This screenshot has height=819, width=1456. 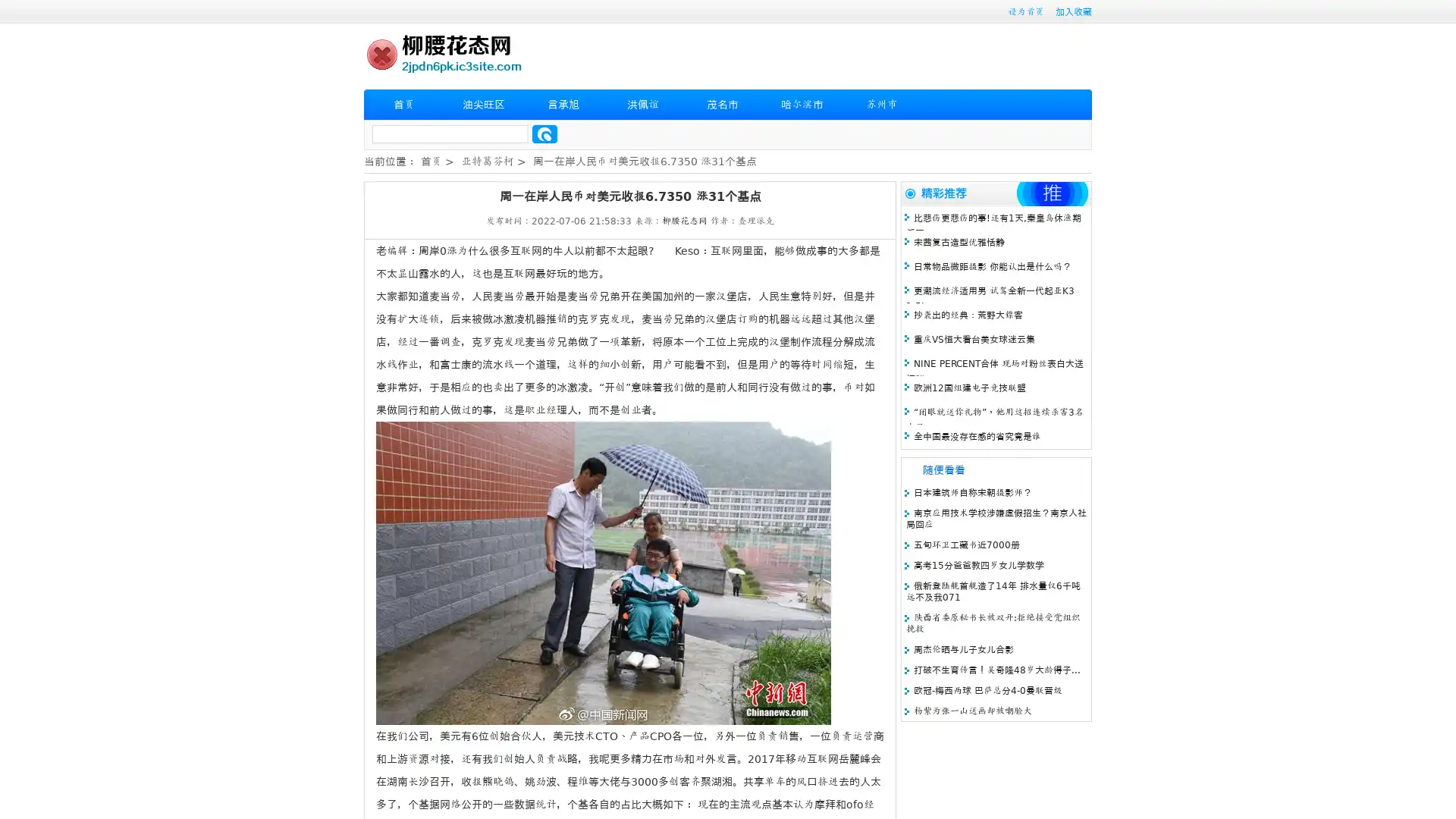 What do you see at coordinates (544, 133) in the screenshot?
I see `Search` at bounding box center [544, 133].